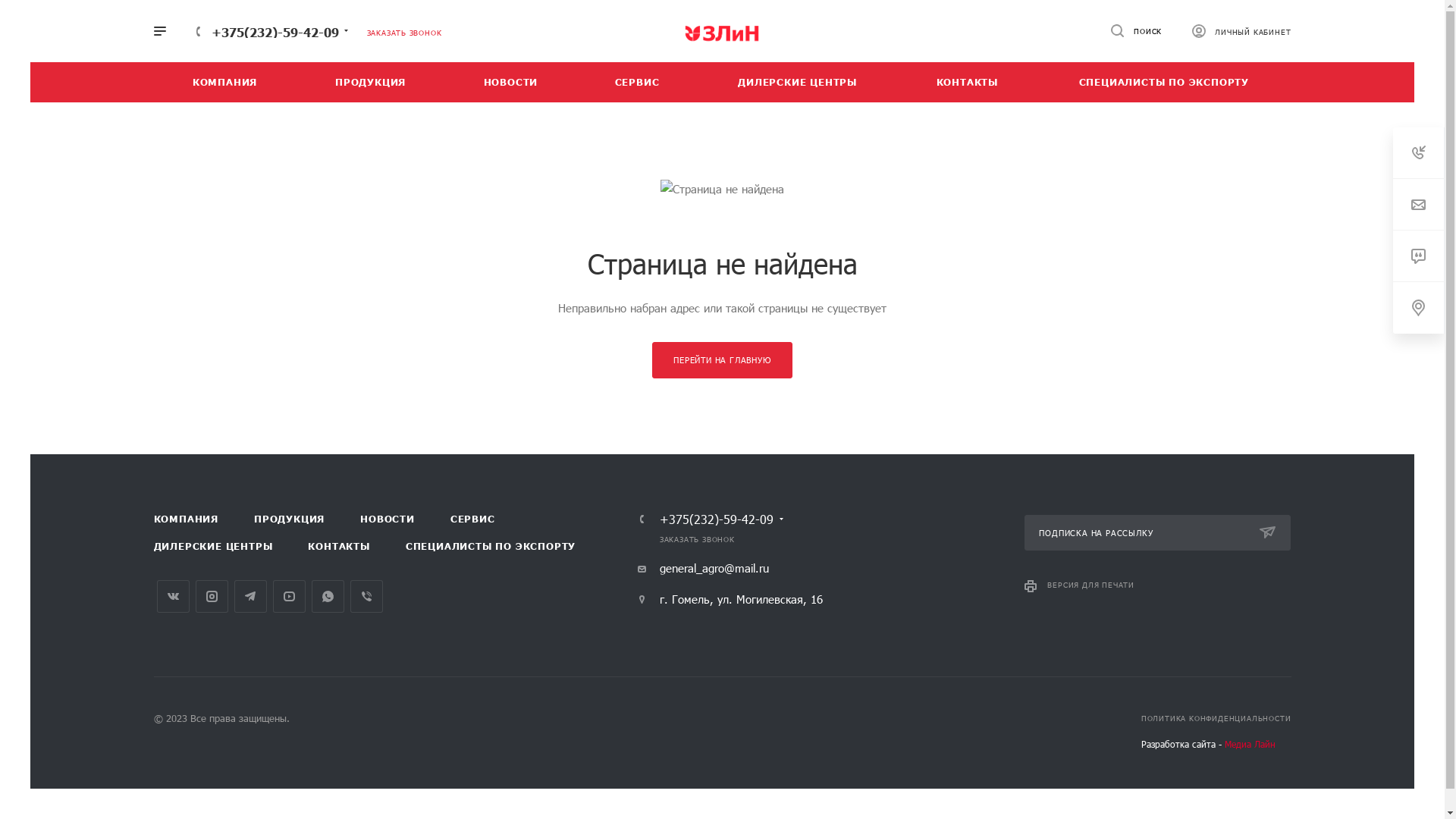 The image size is (1456, 819). What do you see at coordinates (289, 595) in the screenshot?
I see `'YouTube'` at bounding box center [289, 595].